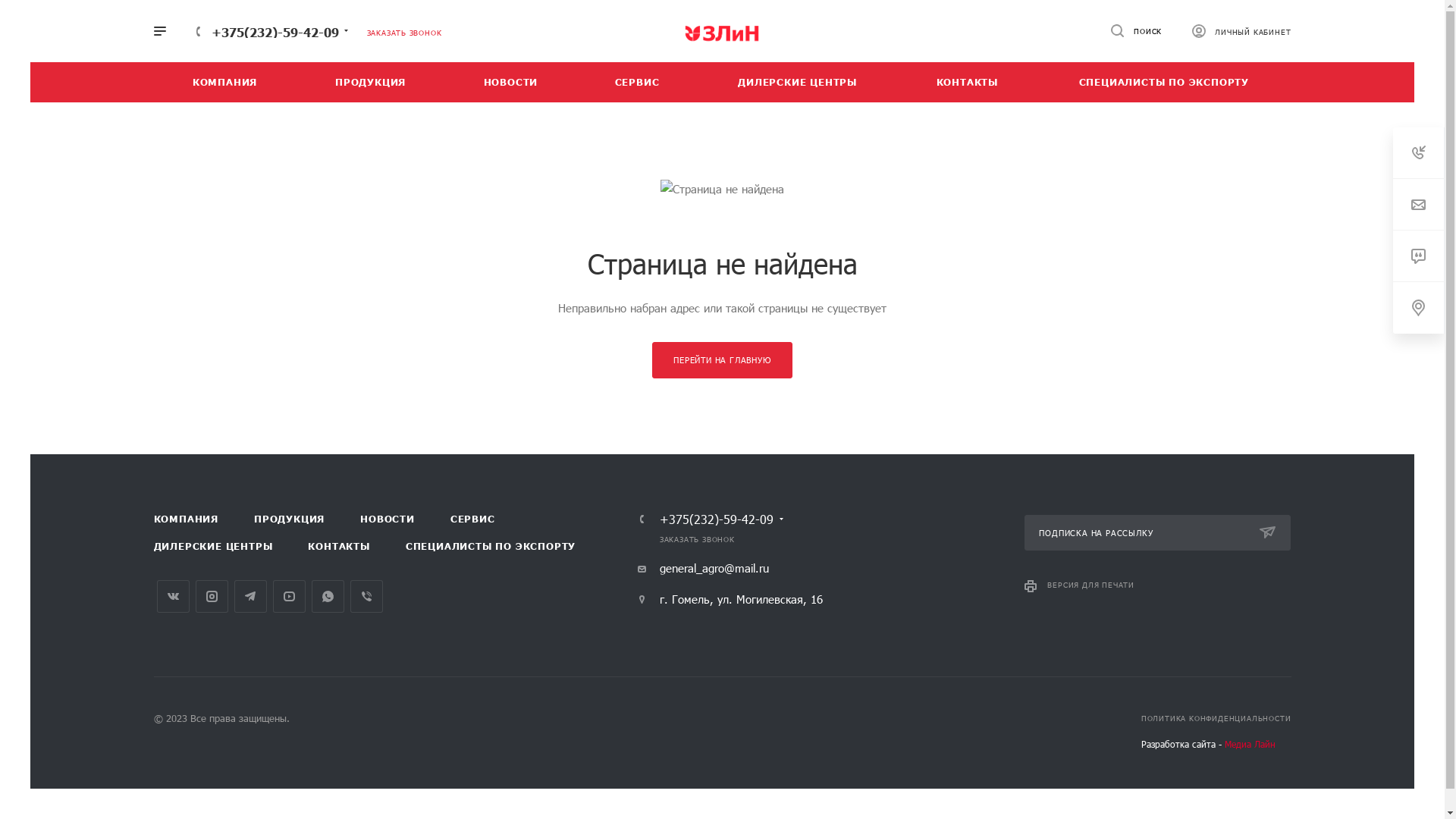 The image size is (1456, 819). What do you see at coordinates (289, 595) in the screenshot?
I see `'YouTube'` at bounding box center [289, 595].